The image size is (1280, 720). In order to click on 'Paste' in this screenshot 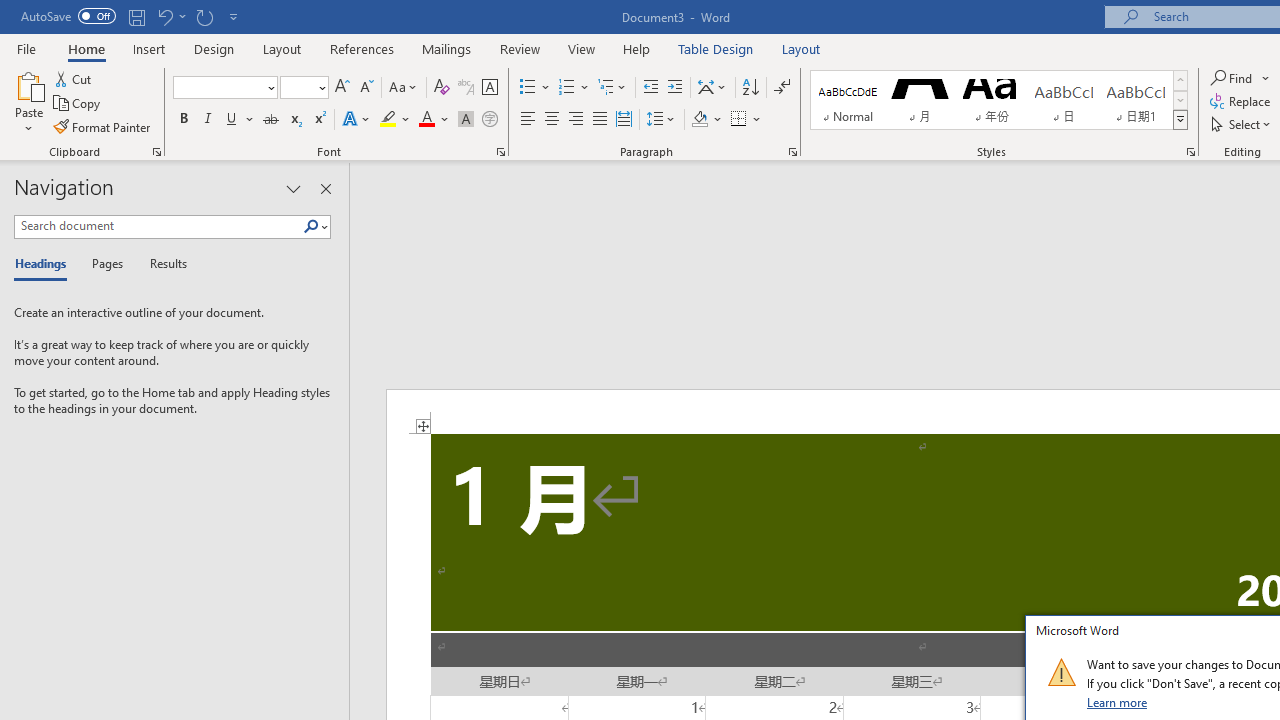, I will do `click(28, 103)`.